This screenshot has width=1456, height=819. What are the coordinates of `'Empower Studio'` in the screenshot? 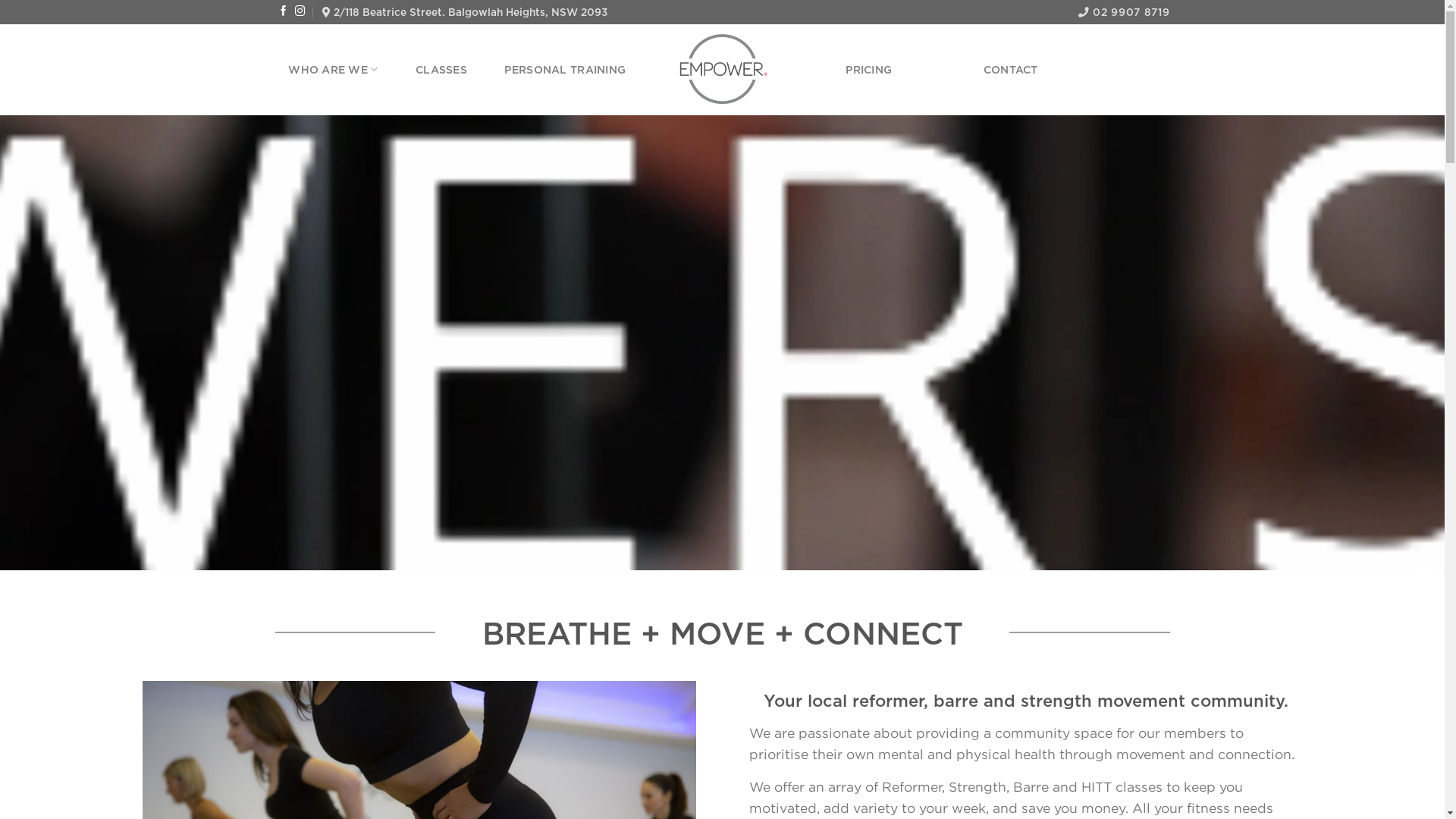 It's located at (721, 70).